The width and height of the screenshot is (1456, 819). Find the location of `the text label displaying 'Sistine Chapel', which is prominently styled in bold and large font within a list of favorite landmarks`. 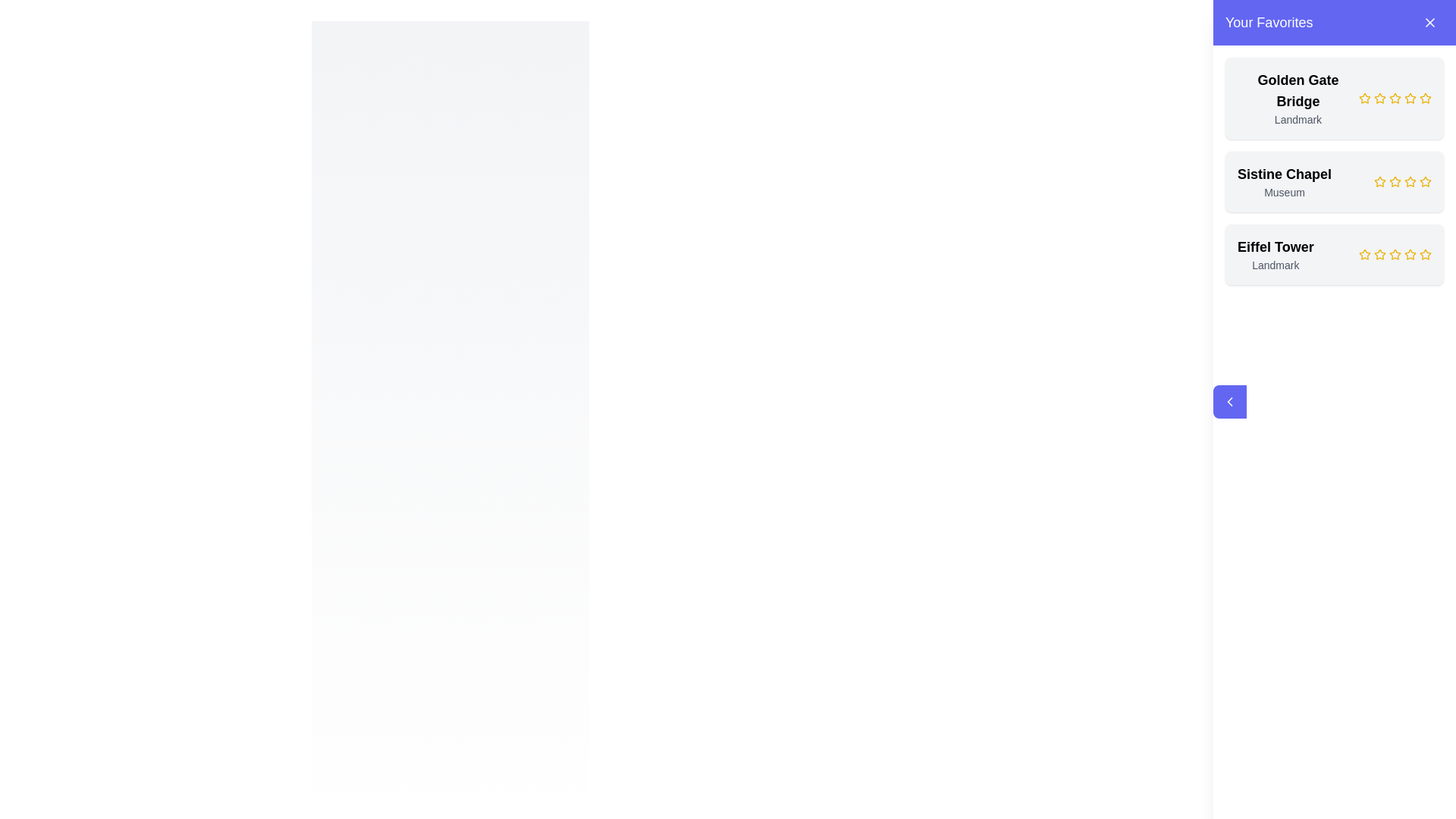

the text label displaying 'Sistine Chapel', which is prominently styled in bold and large font within a list of favorite landmarks is located at coordinates (1284, 174).